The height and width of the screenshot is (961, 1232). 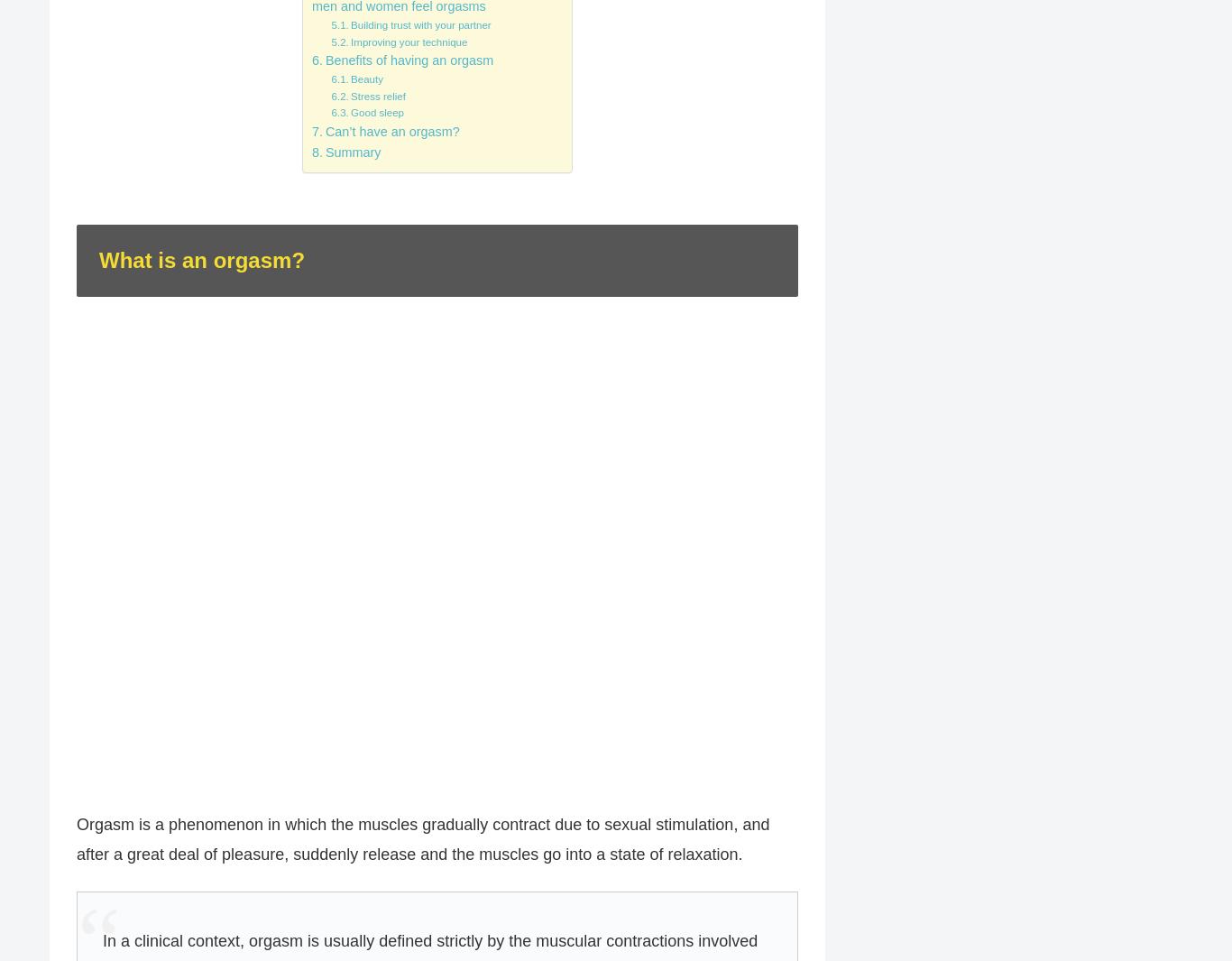 I want to click on 'Benefits of having an orgasm', so click(x=408, y=59).